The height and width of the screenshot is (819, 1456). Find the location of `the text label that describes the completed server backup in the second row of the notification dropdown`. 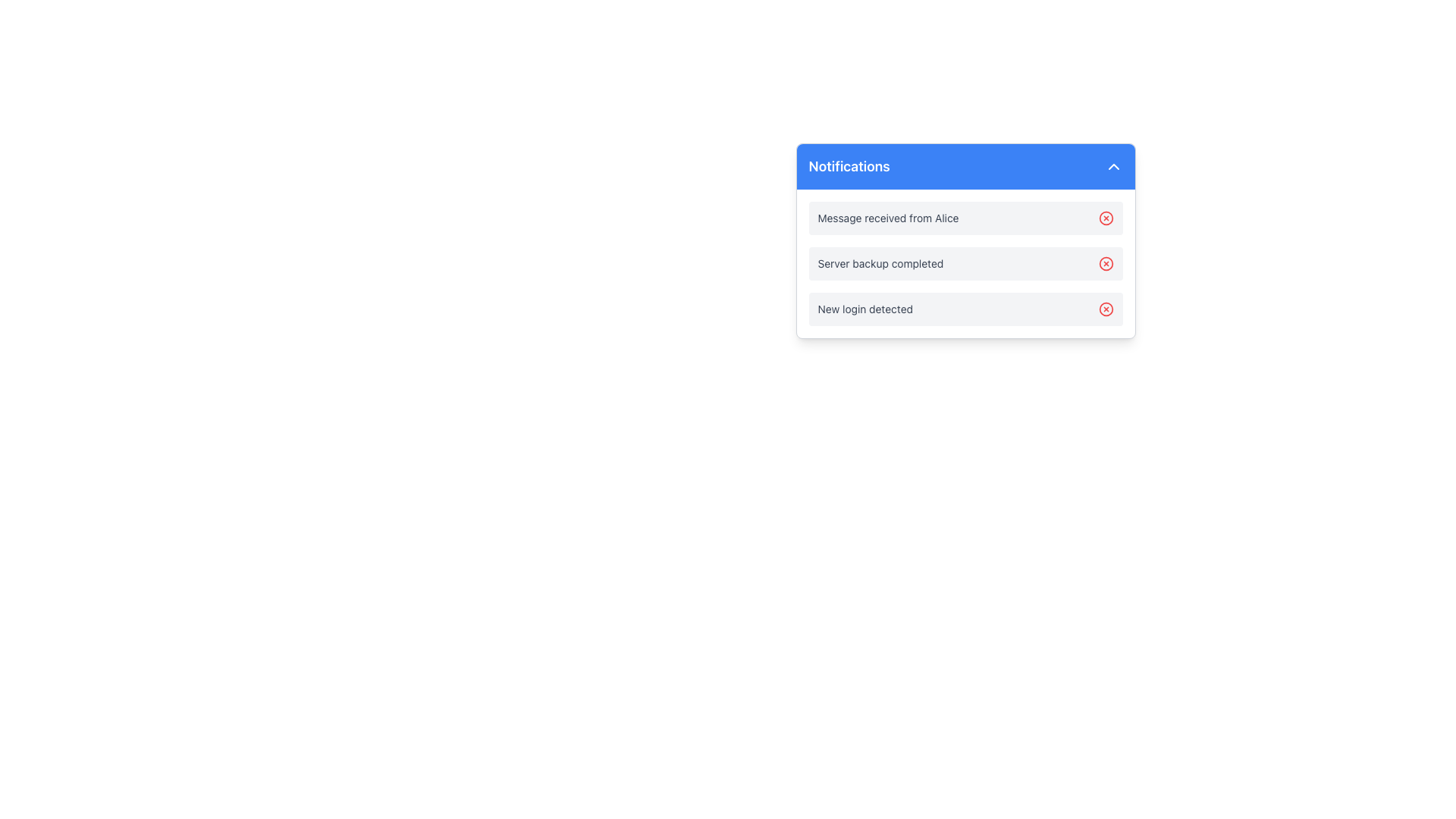

the text label that describes the completed server backup in the second row of the notification dropdown is located at coordinates (880, 262).